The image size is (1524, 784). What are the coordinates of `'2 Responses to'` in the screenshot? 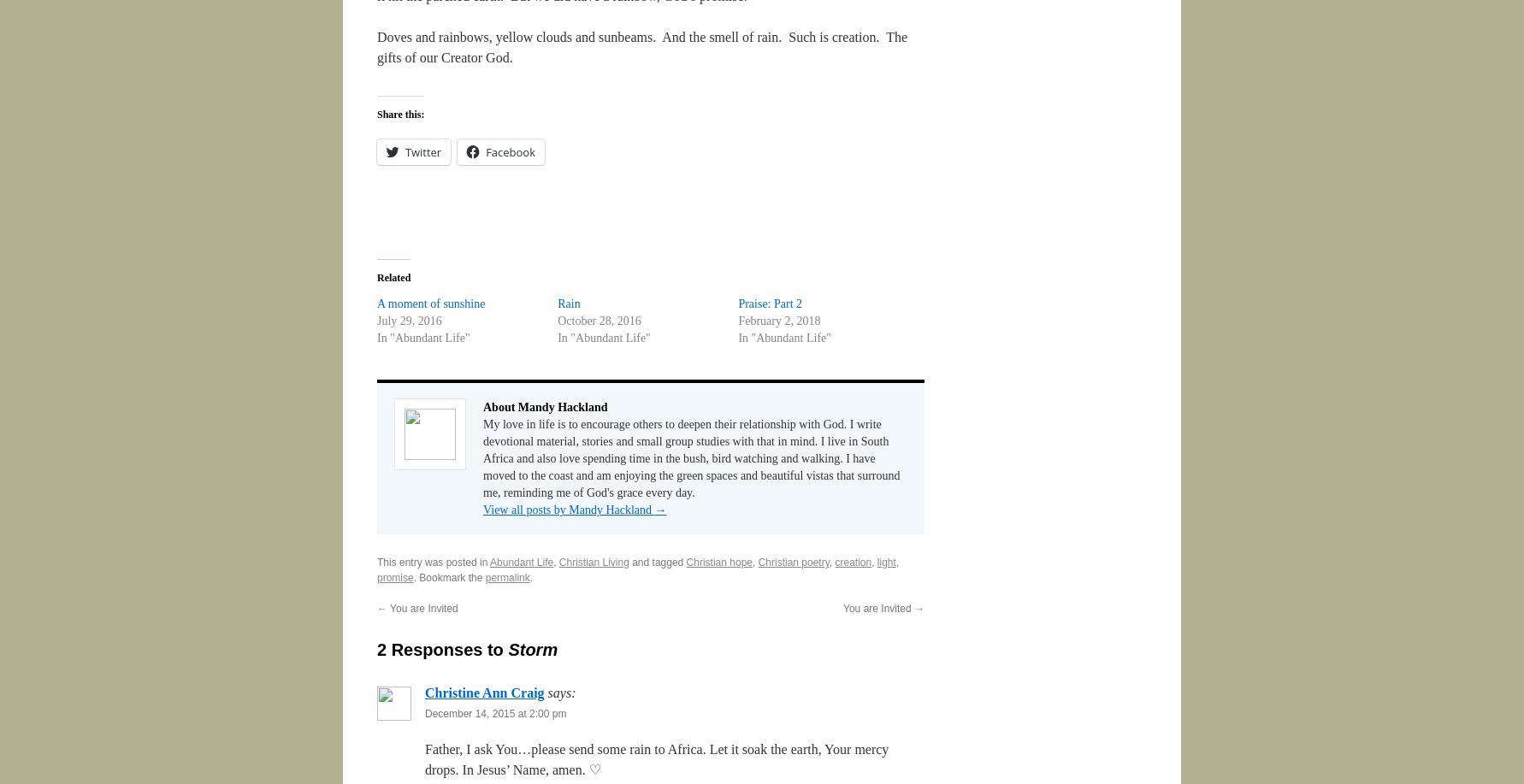 It's located at (441, 649).